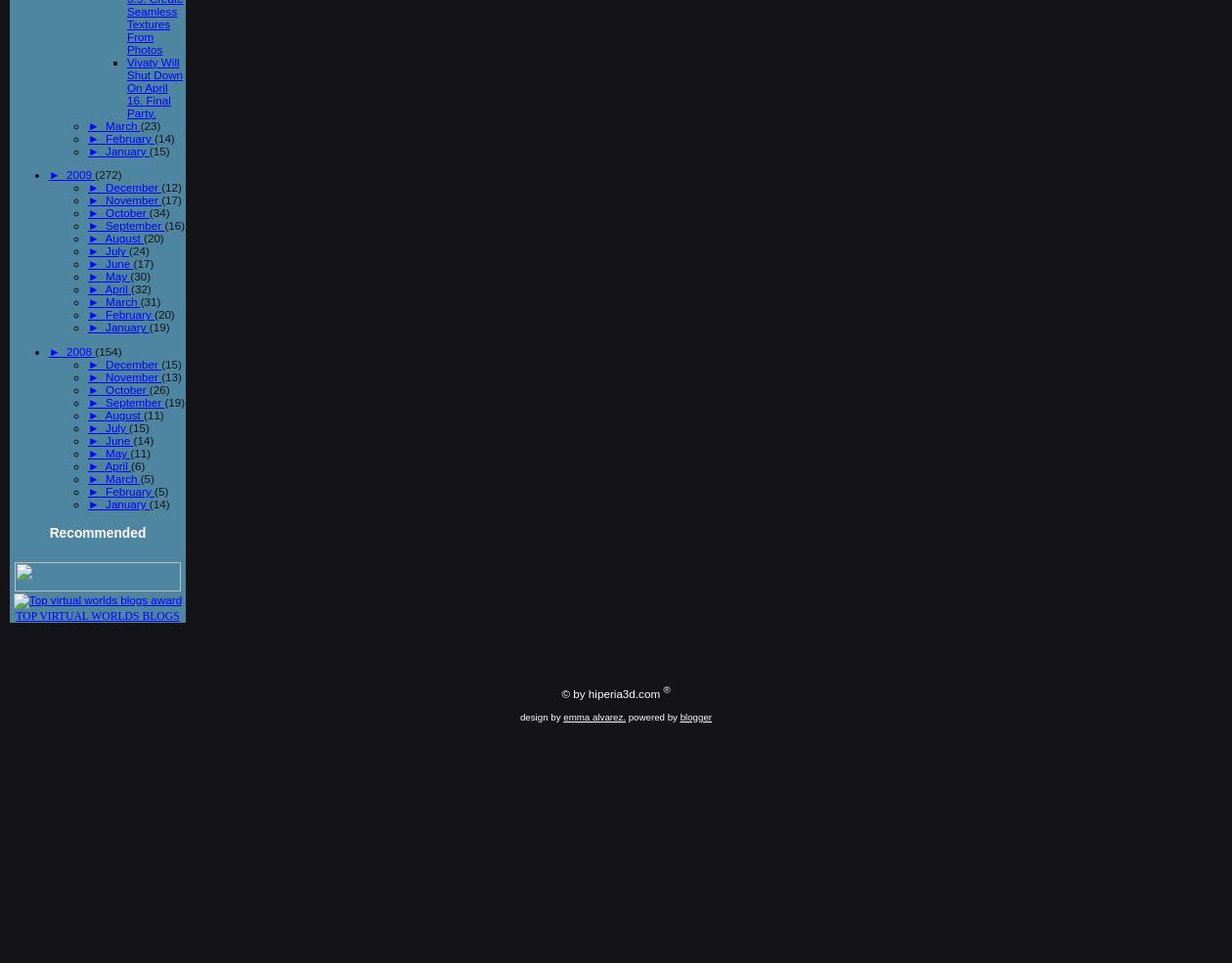 The height and width of the screenshot is (963, 1232). Describe the element at coordinates (141, 287) in the screenshot. I see `'(32)'` at that location.